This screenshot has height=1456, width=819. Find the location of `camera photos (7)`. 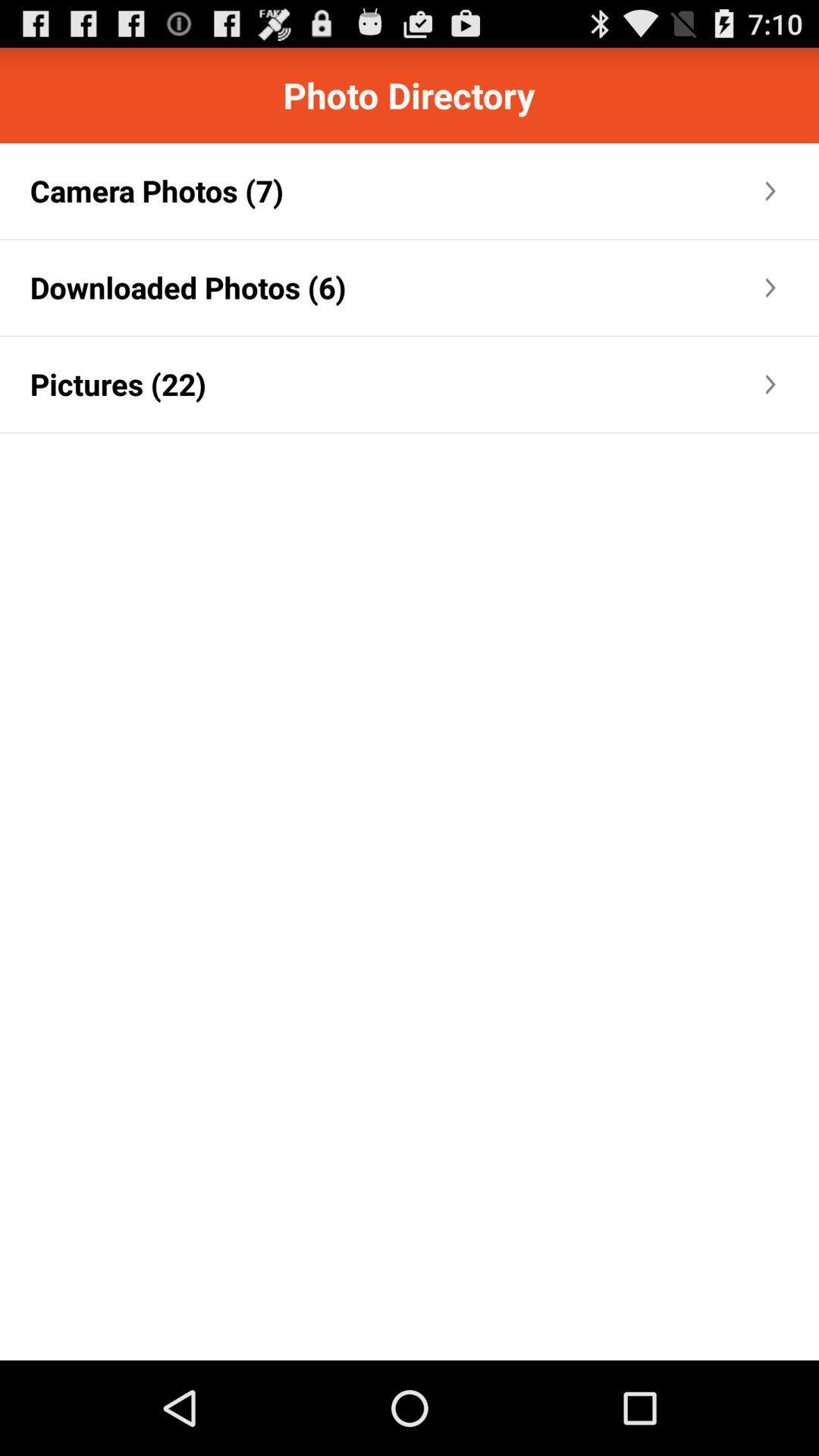

camera photos (7) is located at coordinates (157, 190).